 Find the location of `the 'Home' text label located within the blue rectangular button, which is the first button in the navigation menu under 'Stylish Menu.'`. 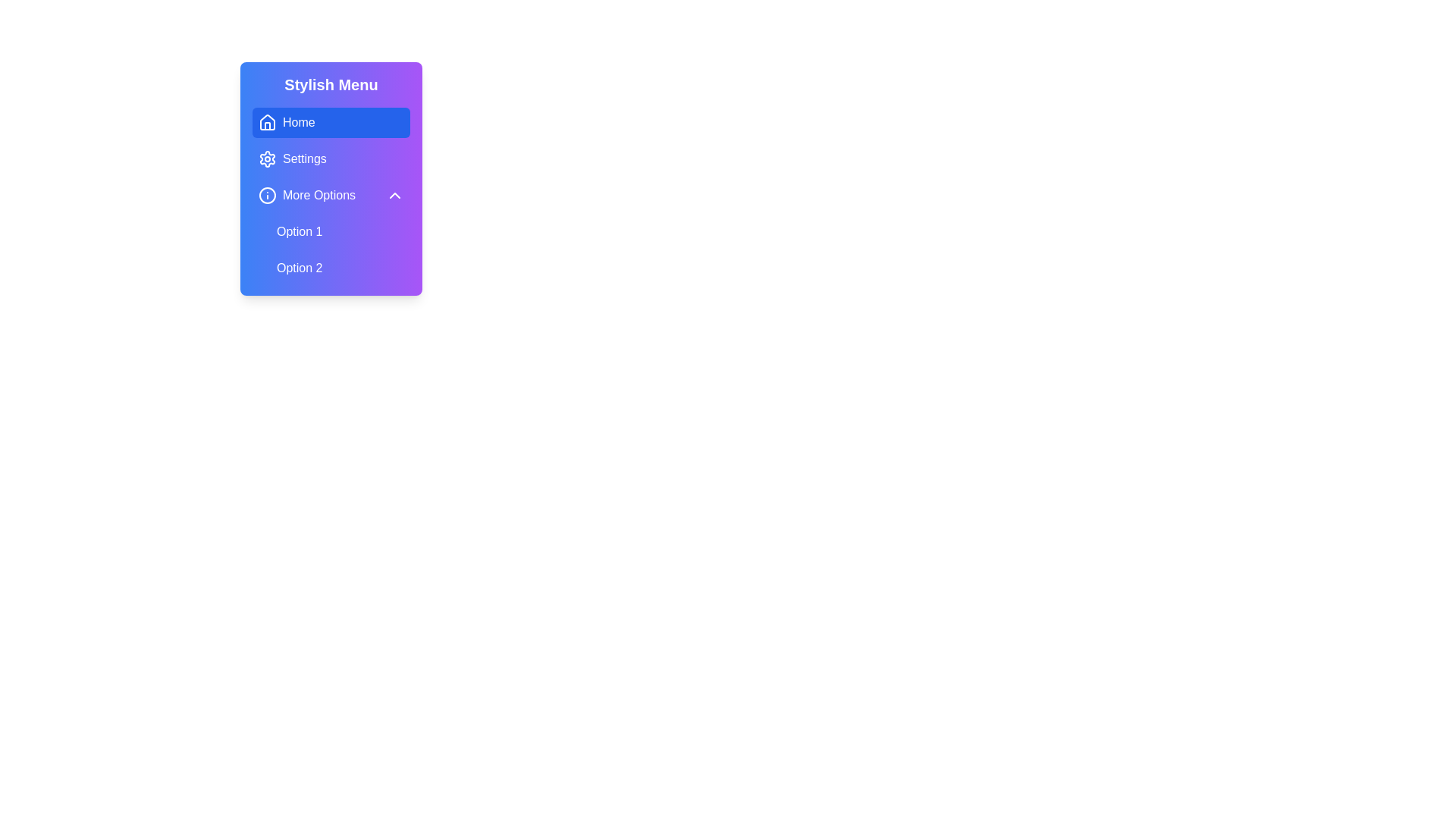

the 'Home' text label located within the blue rectangular button, which is the first button in the navigation menu under 'Stylish Menu.' is located at coordinates (299, 122).